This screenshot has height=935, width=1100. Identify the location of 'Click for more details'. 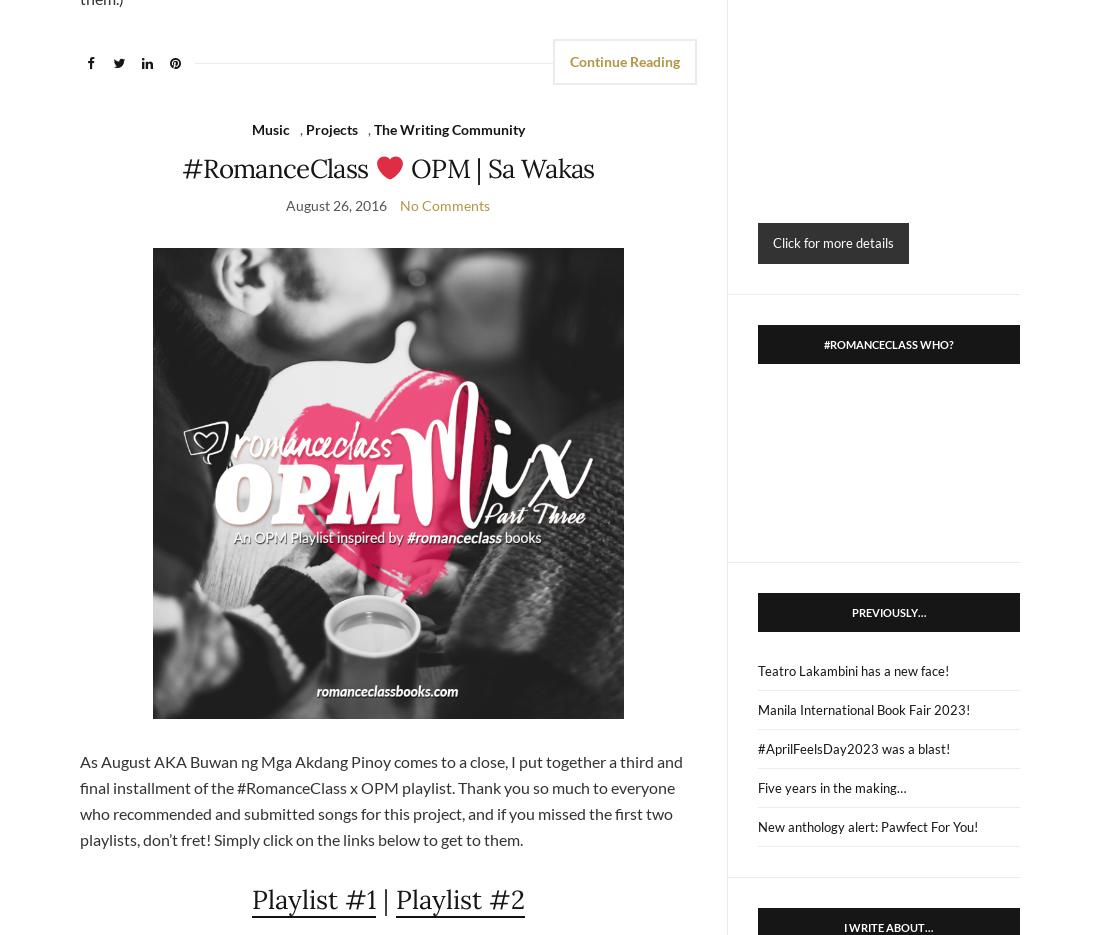
(831, 241).